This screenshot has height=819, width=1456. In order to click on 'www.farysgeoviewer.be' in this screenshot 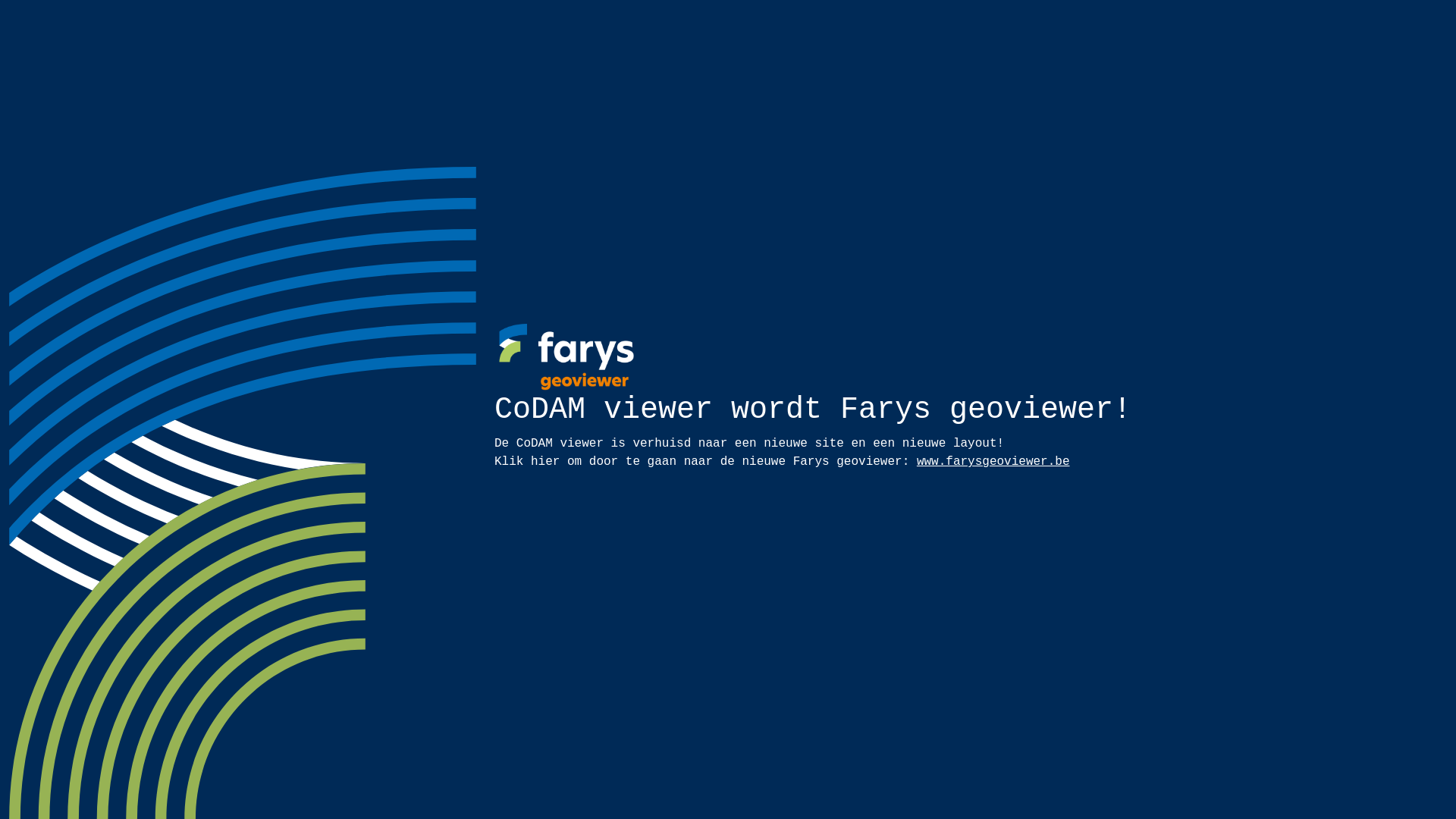, I will do `click(993, 461)`.